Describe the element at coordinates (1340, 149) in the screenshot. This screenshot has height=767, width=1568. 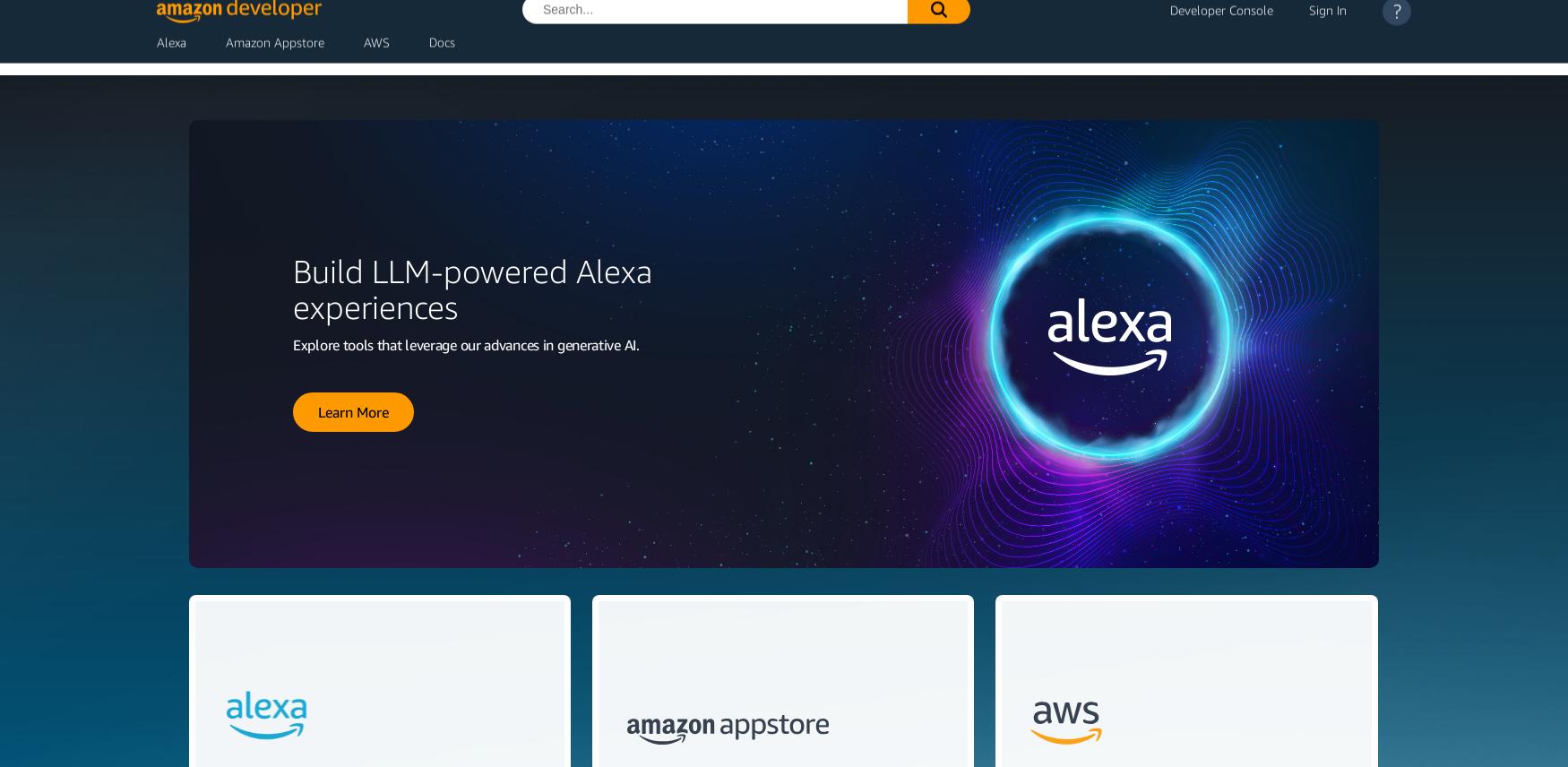
I see `'Contact Us'` at that location.